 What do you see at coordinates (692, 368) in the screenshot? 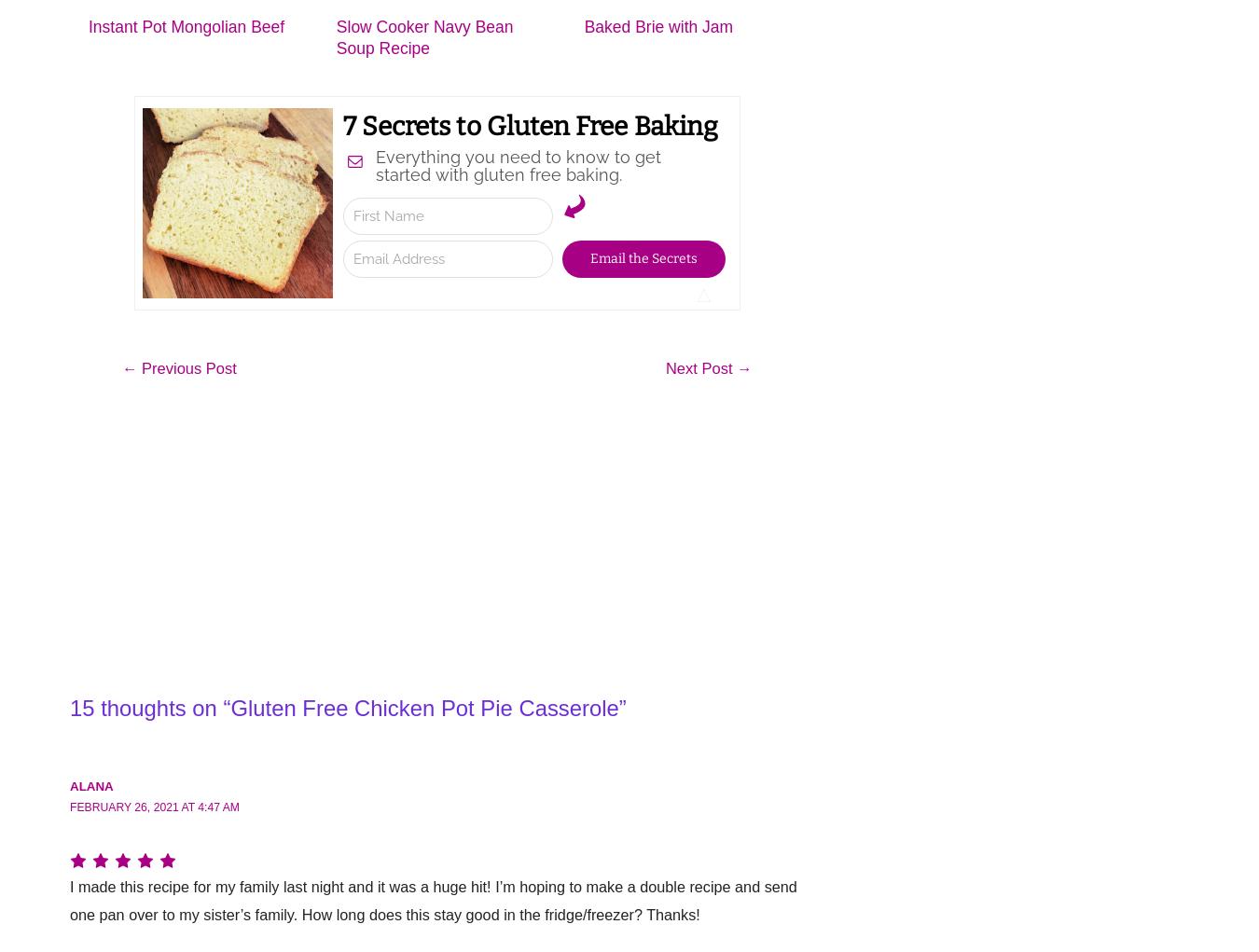
I see `'Next Post'` at bounding box center [692, 368].